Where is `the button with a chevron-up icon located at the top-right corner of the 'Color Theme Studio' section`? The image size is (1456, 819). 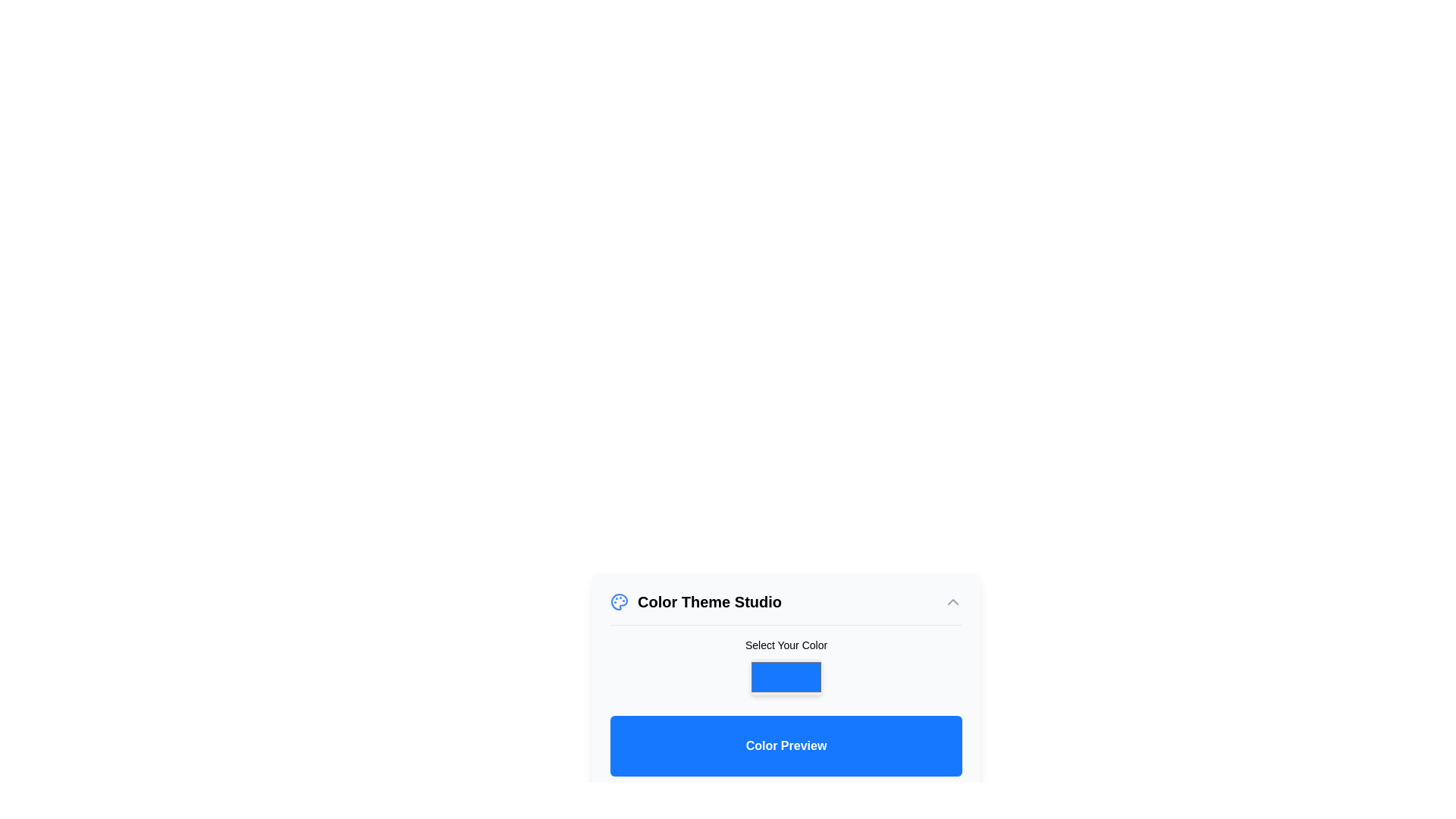
the button with a chevron-up icon located at the top-right corner of the 'Color Theme Studio' section is located at coordinates (952, 601).